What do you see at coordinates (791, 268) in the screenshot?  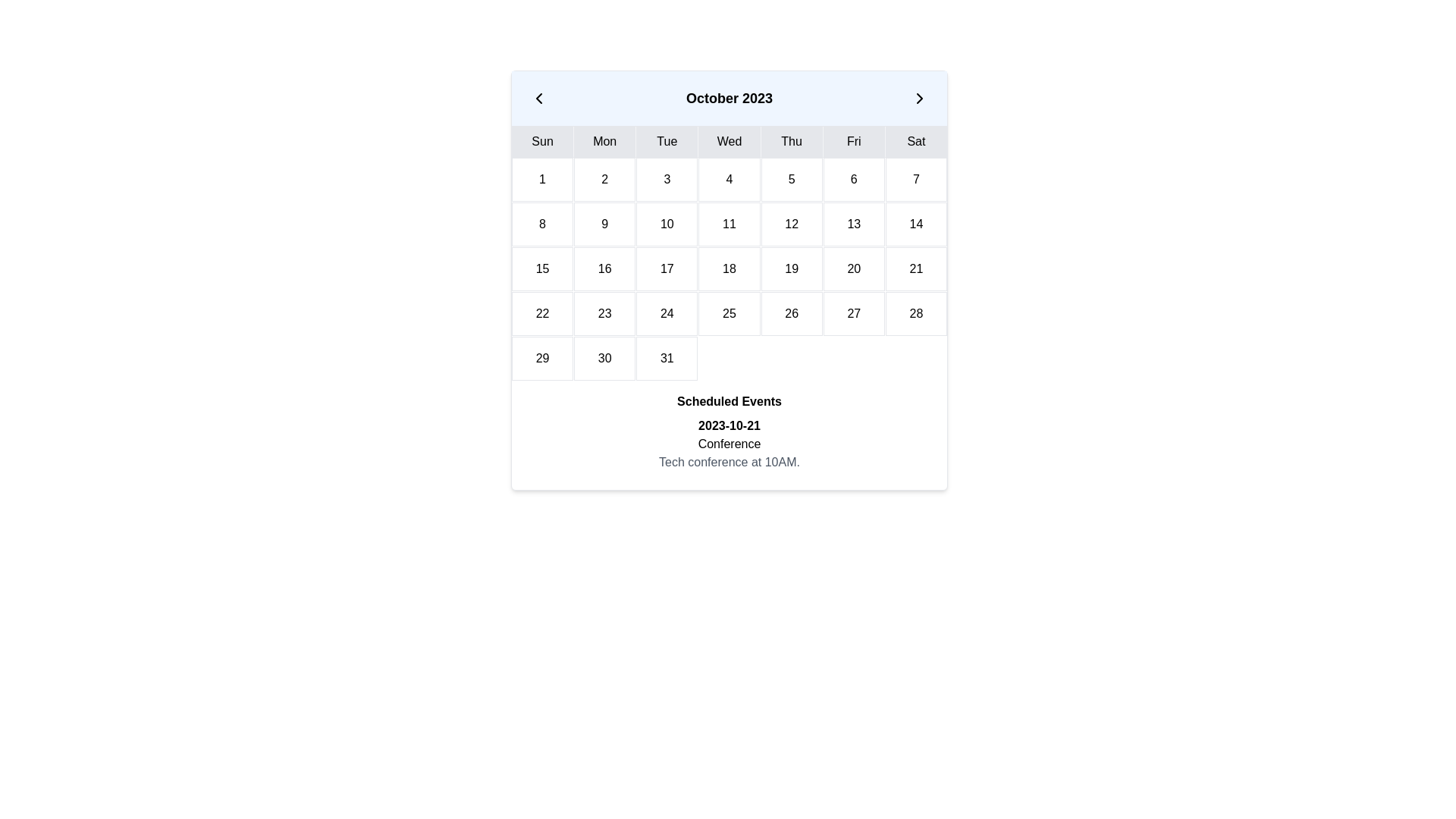 I see `the calendar date tile representing the number '19', which is located in the third row and fifth column of the calendar grid under 'Thu'` at bounding box center [791, 268].